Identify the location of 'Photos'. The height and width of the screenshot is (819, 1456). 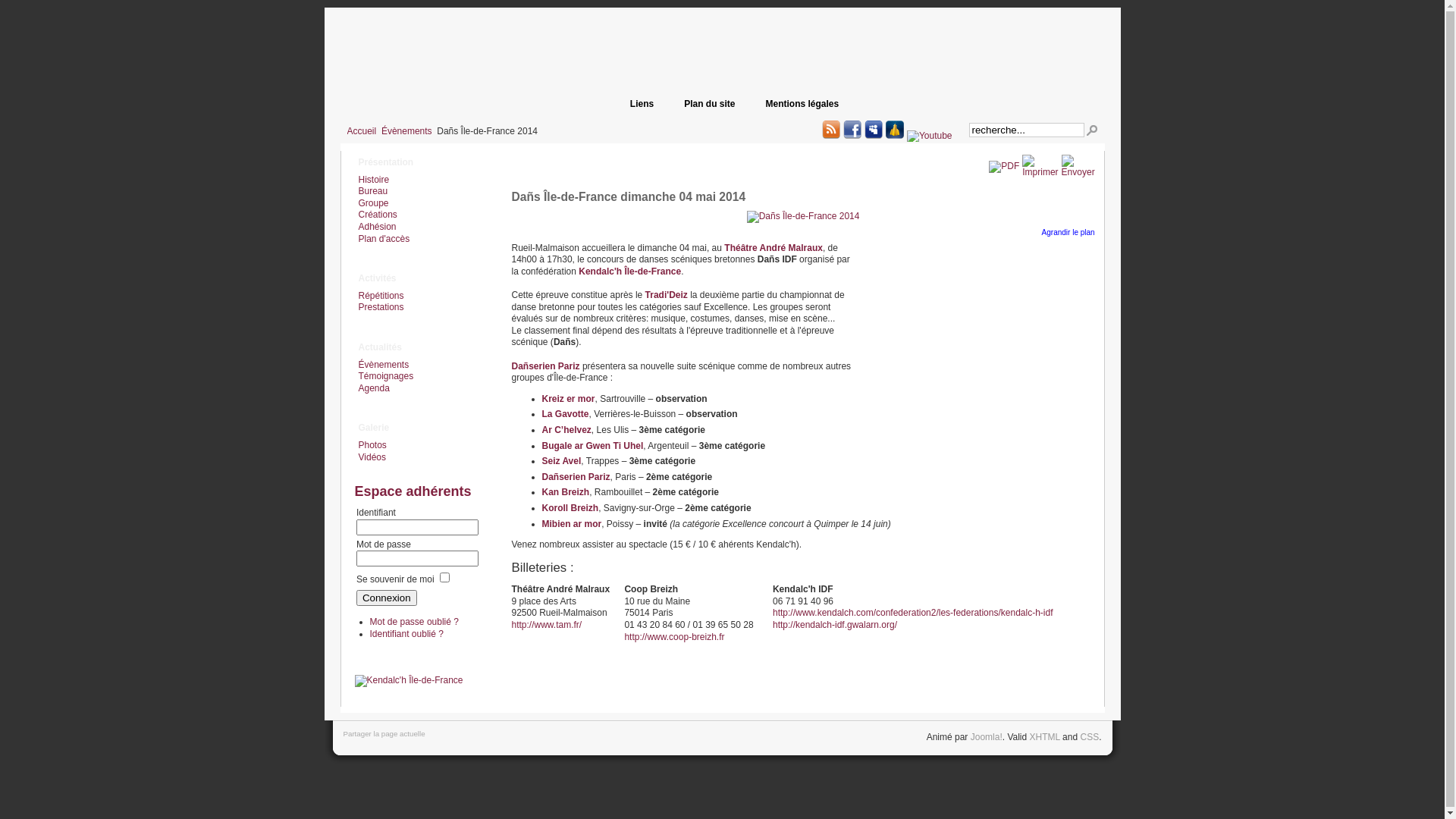
(371, 444).